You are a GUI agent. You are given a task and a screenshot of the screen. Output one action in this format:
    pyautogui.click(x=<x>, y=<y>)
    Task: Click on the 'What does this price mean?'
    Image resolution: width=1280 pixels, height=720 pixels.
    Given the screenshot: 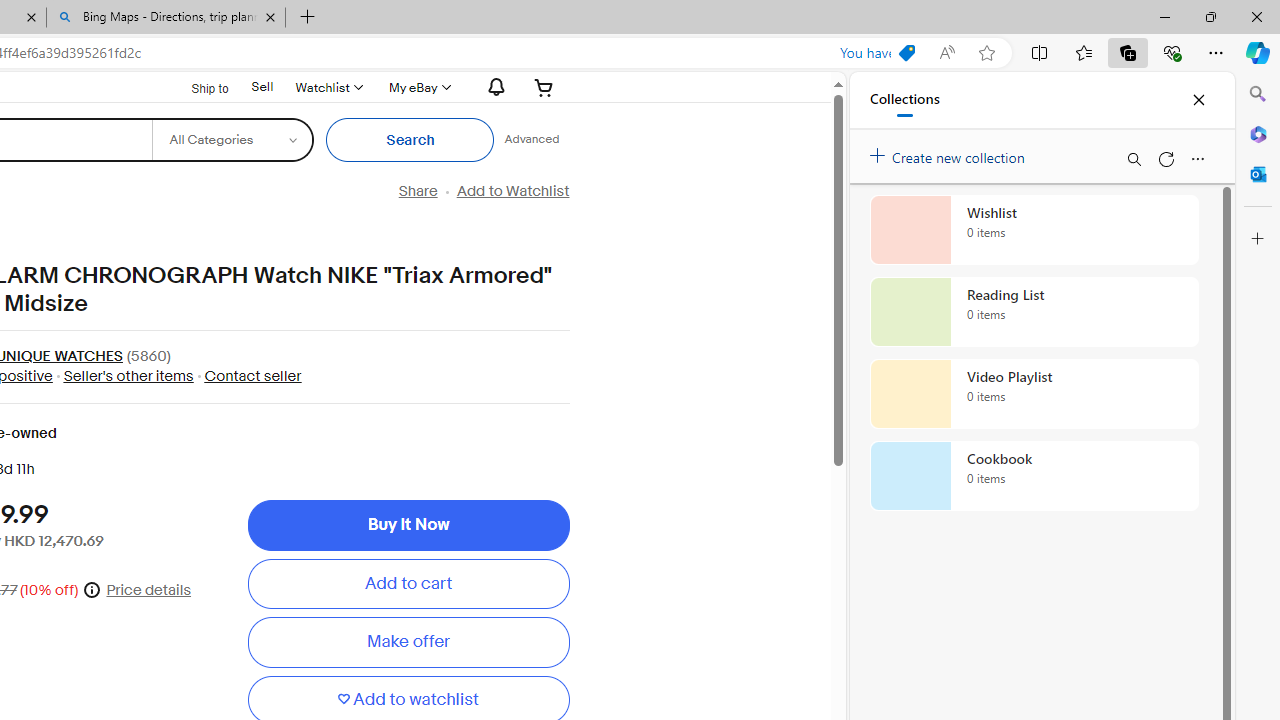 What is the action you would take?
    pyautogui.click(x=91, y=588)
    